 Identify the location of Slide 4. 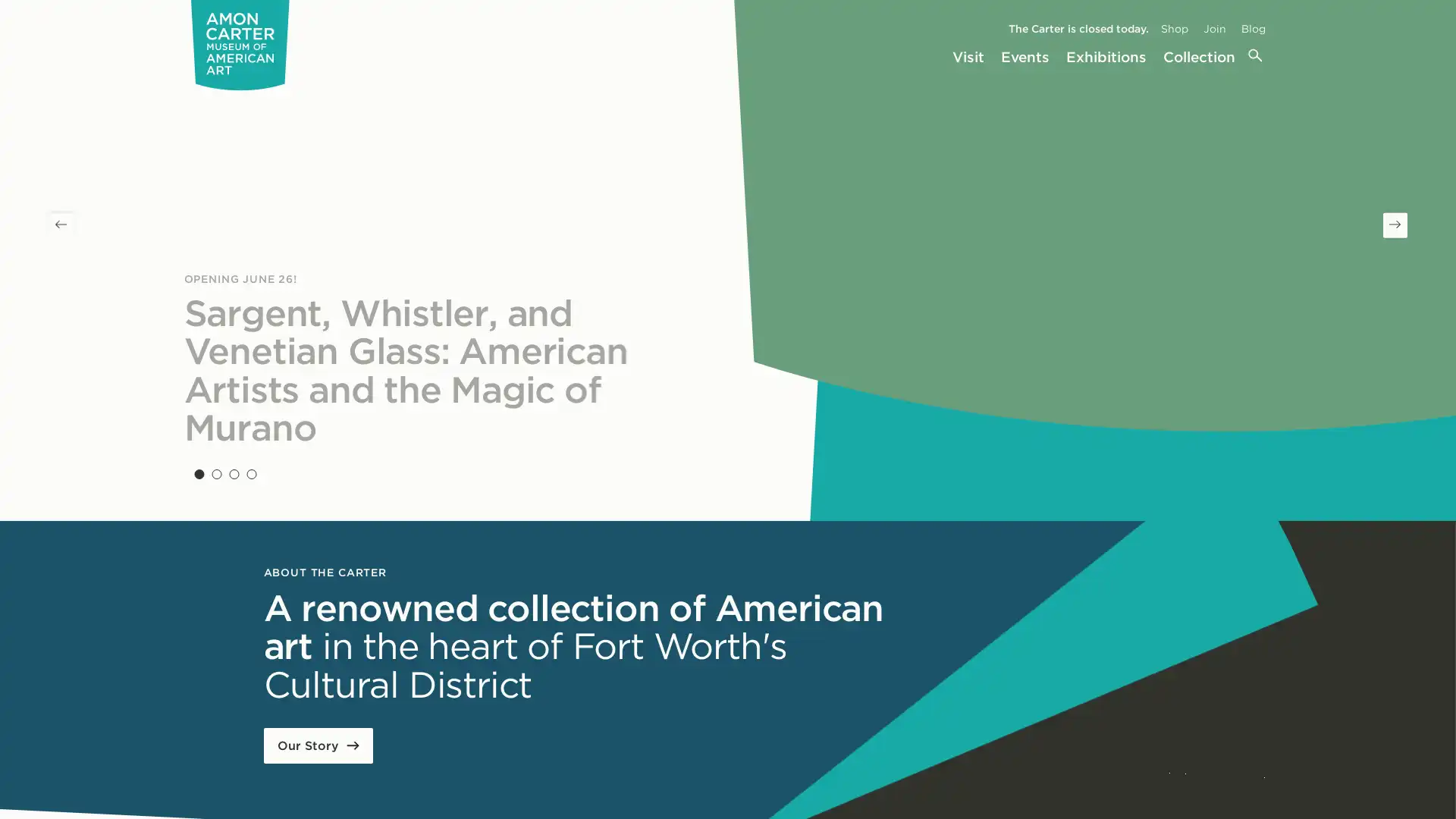
(251, 473).